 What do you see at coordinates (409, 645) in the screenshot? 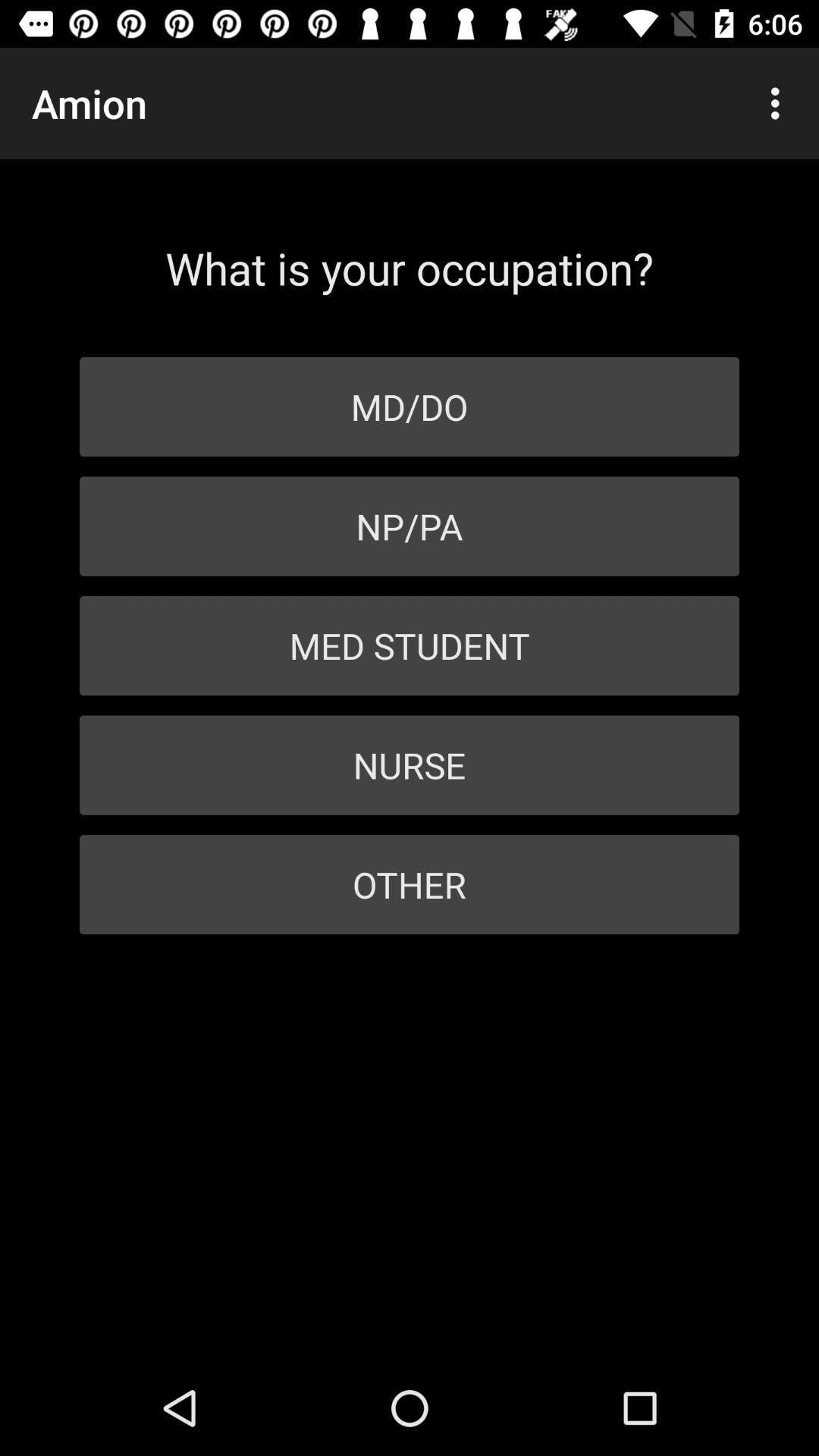
I see `the item below the np/pa item` at bounding box center [409, 645].